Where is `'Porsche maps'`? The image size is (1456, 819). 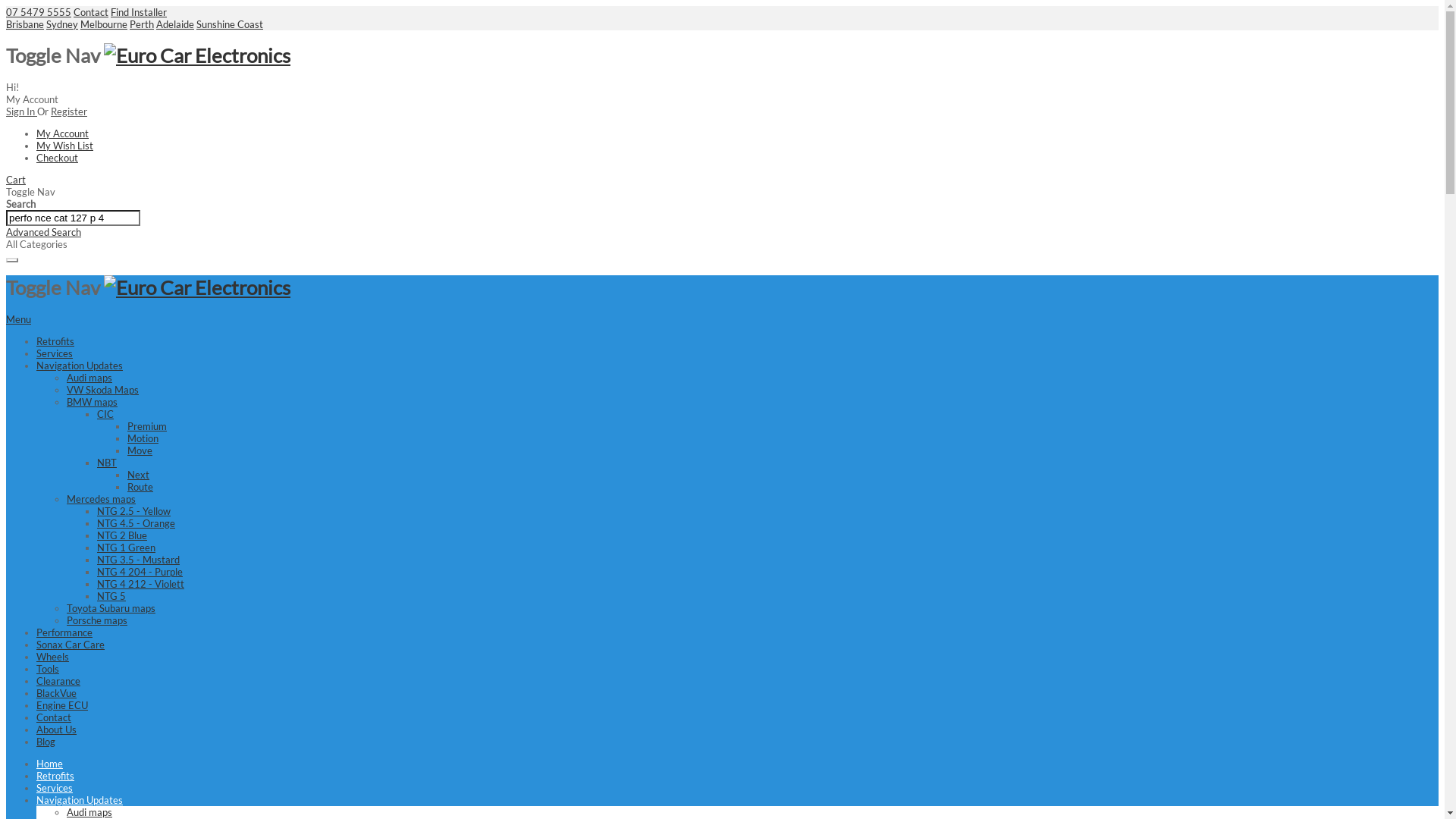 'Porsche maps' is located at coordinates (96, 620).